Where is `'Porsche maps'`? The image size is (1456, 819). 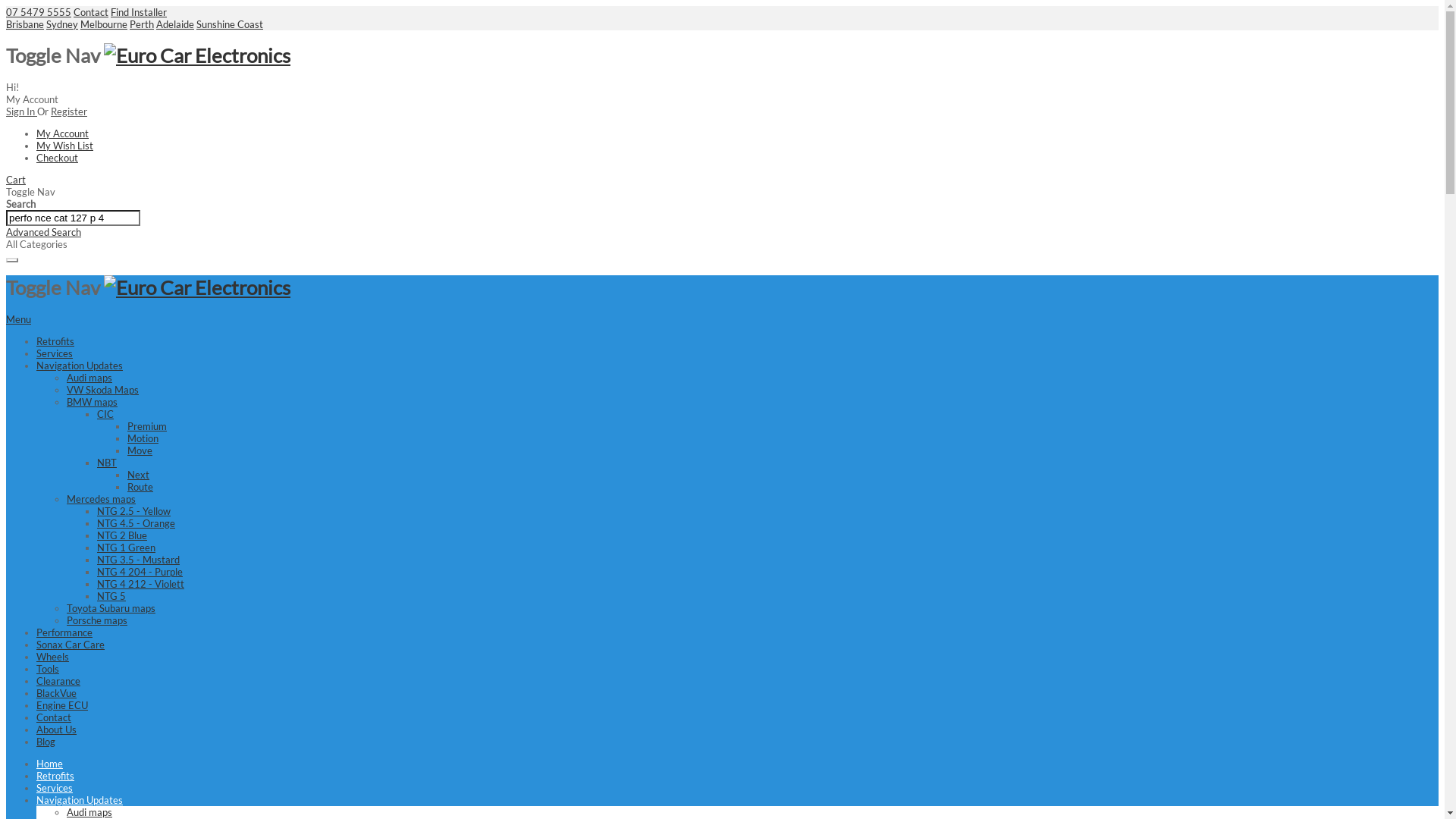 'Porsche maps' is located at coordinates (96, 620).